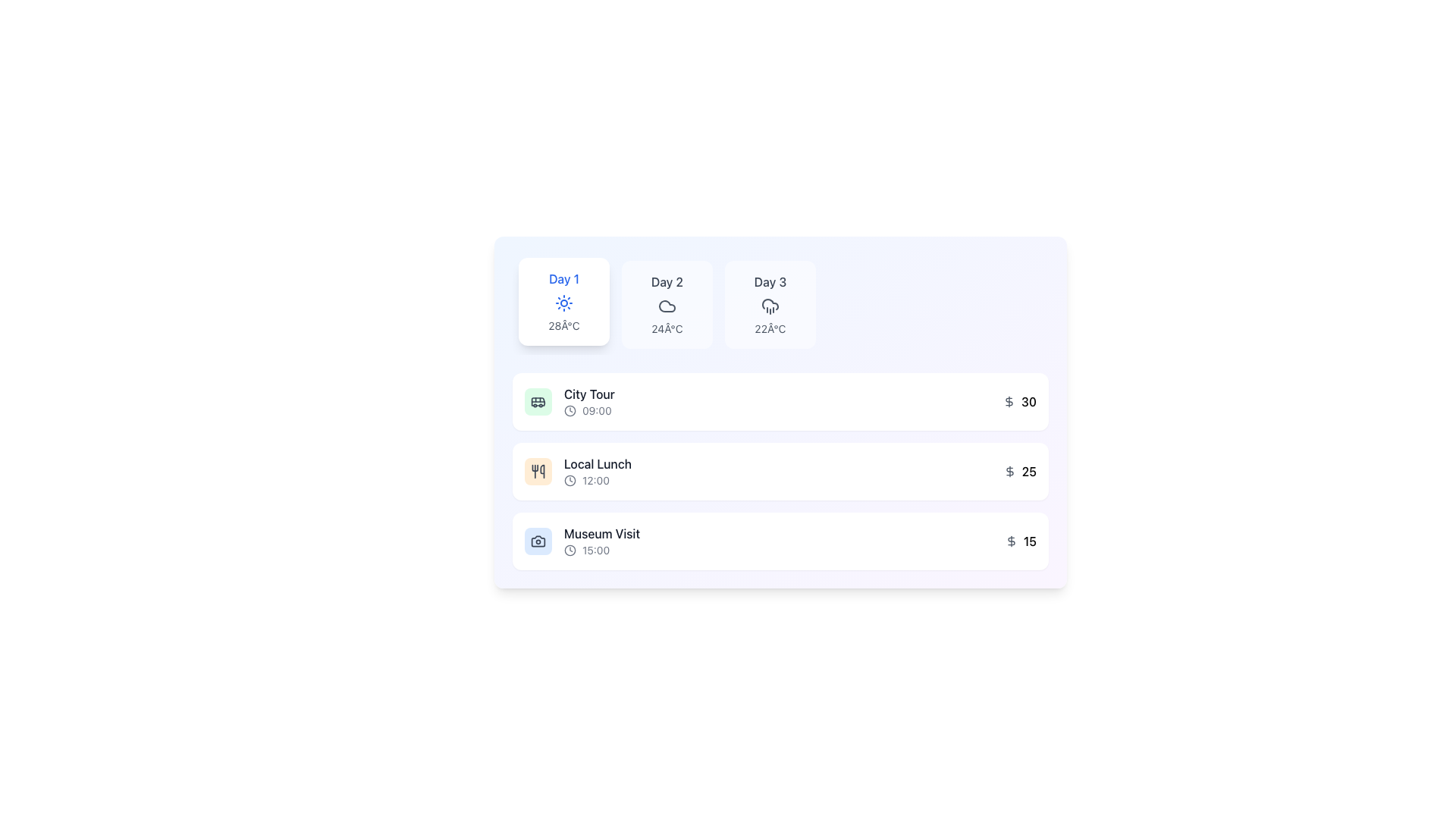  I want to click on the time displayed in the Time indicator for the 'Local Lunch' entry, which is located to the right of the clock icon and underneath the 'Local Lunch' label text, so click(597, 480).